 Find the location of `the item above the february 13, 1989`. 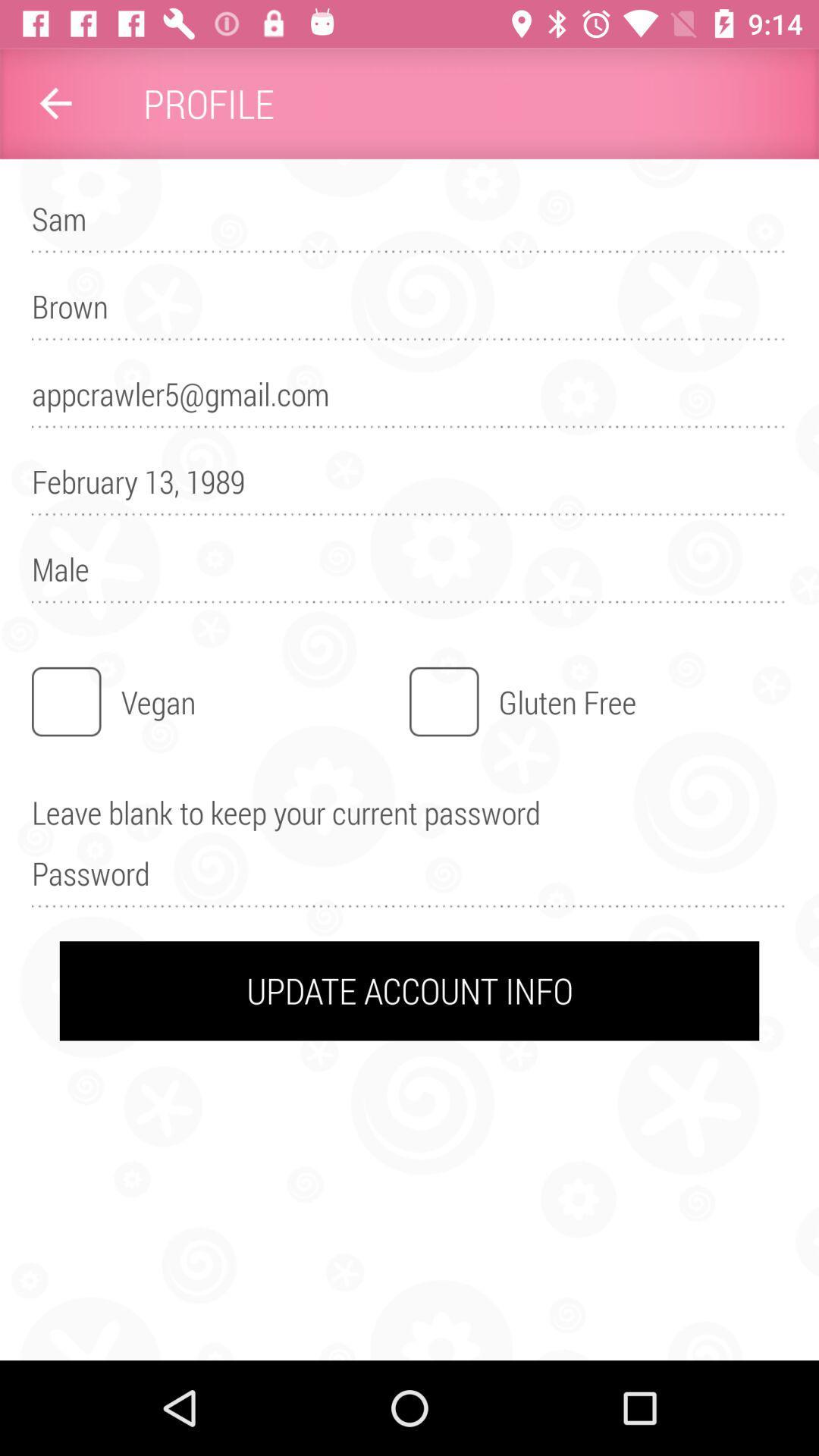

the item above the february 13, 1989 is located at coordinates (409, 401).